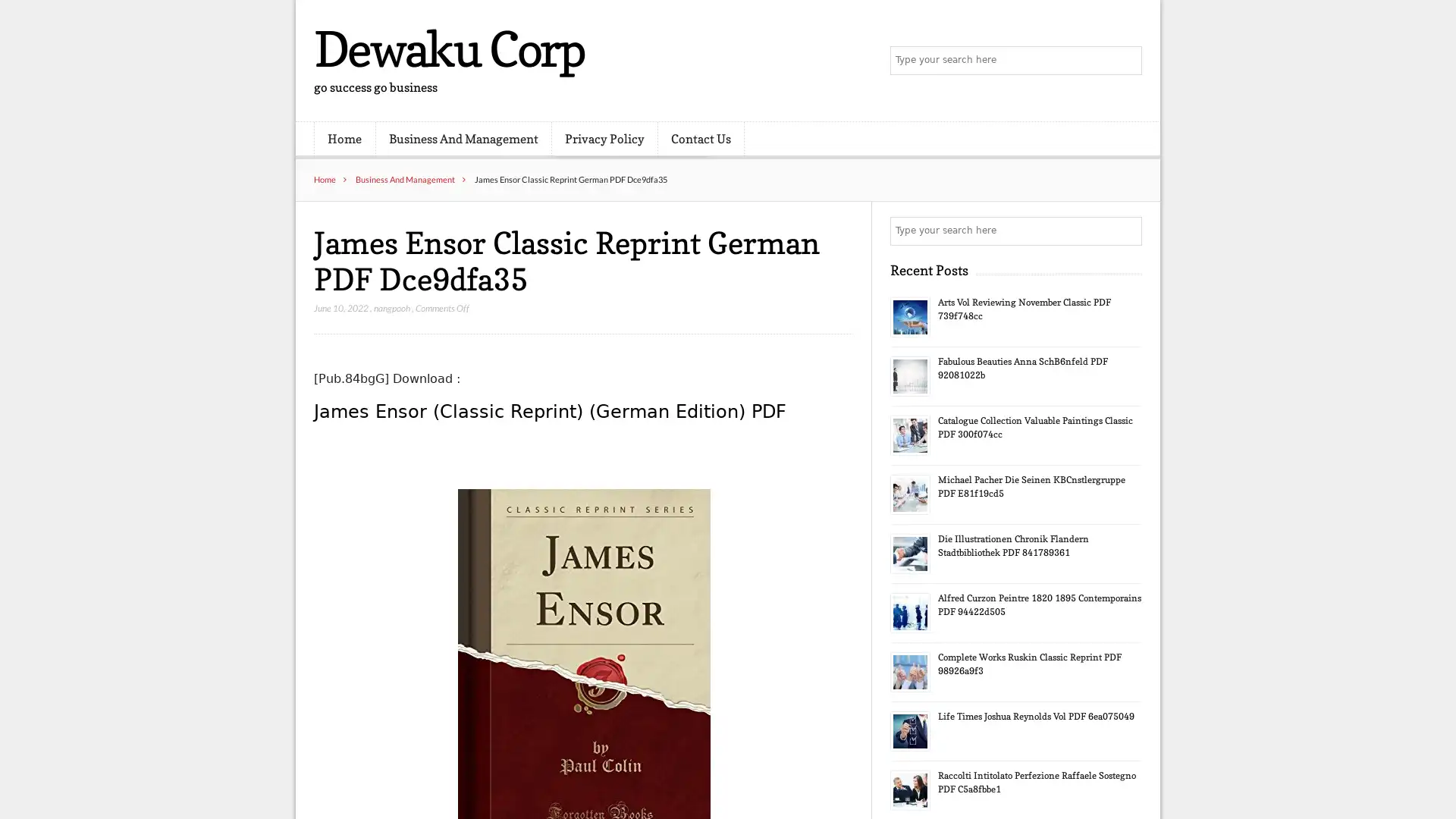 The width and height of the screenshot is (1456, 819). I want to click on Search, so click(1126, 231).